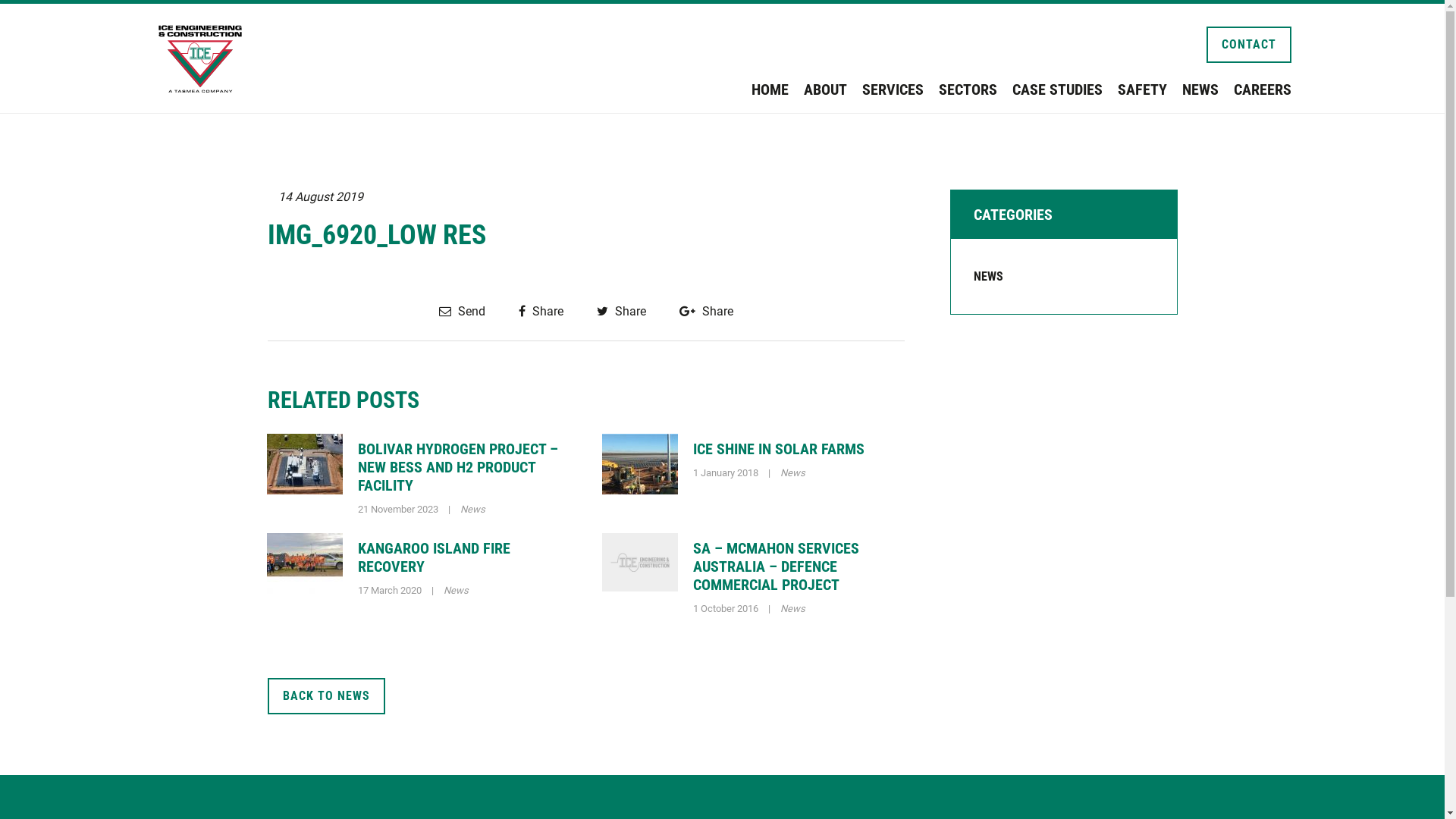  I want to click on 'BACK TO NEWS', so click(266, 696).